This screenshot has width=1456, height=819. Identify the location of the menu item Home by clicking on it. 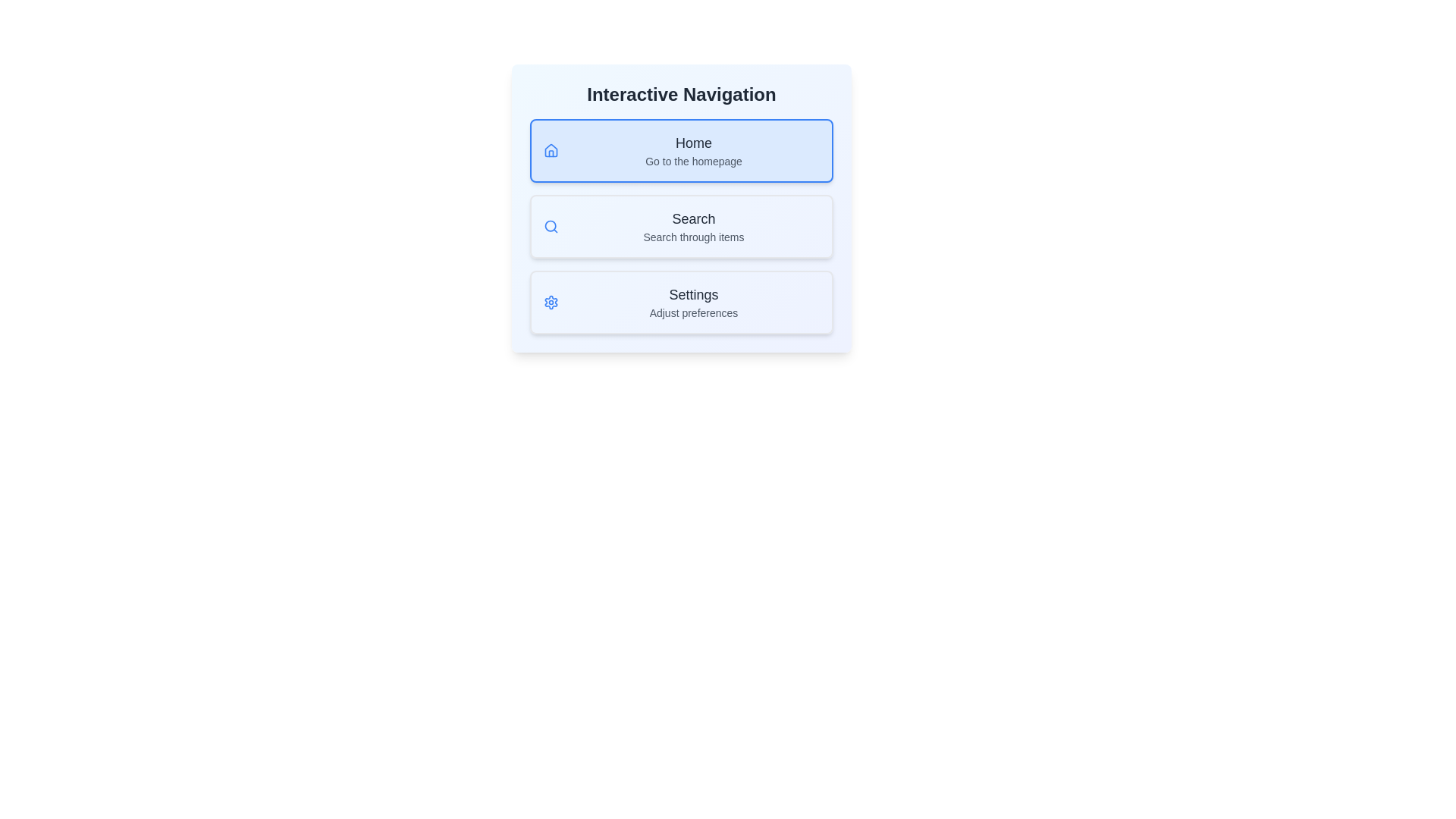
(680, 151).